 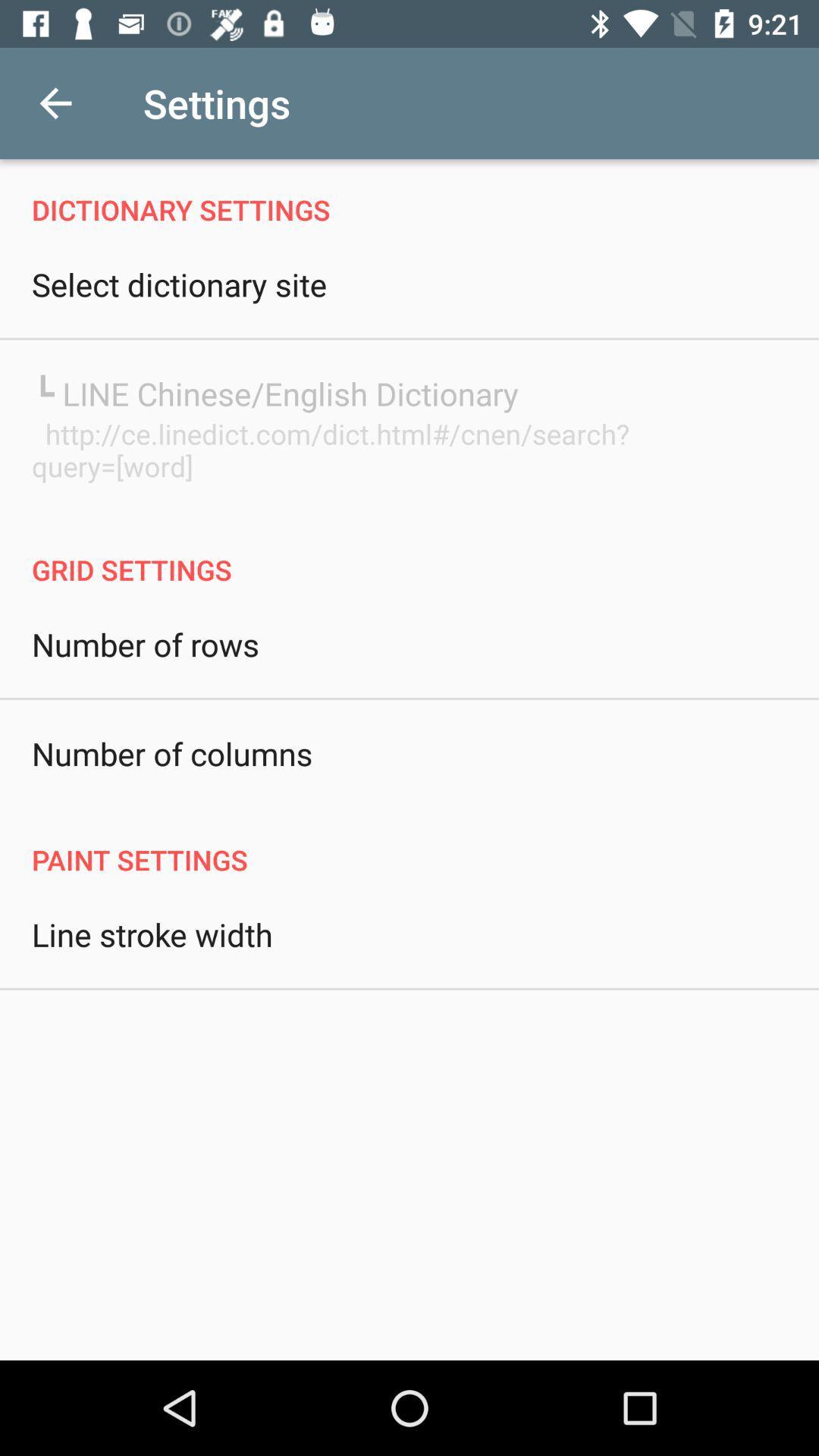 I want to click on item to the left of settings, so click(x=55, y=102).